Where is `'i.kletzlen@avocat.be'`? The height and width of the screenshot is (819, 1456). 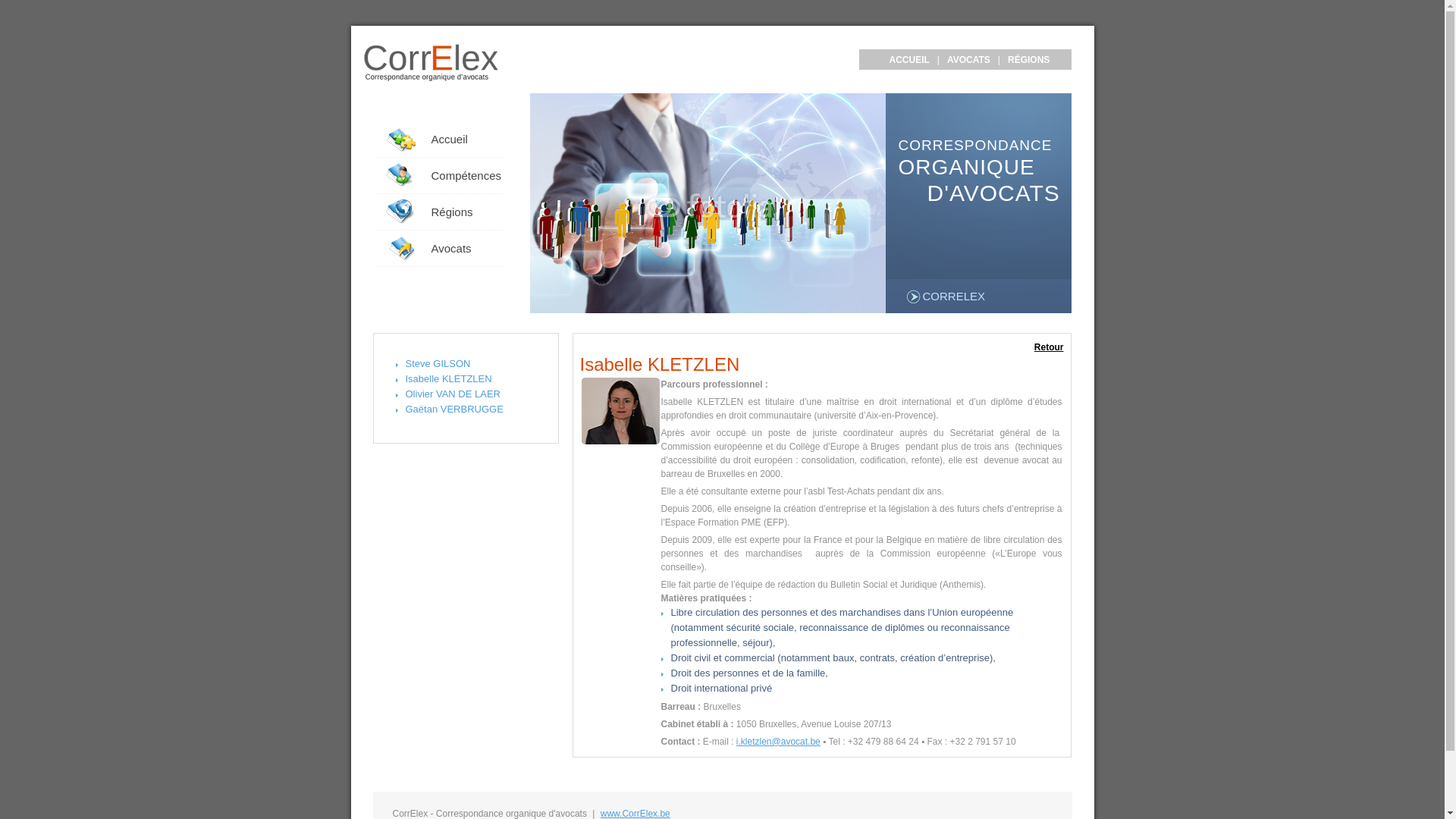
'i.kletzlen@avocat.be' is located at coordinates (778, 741).